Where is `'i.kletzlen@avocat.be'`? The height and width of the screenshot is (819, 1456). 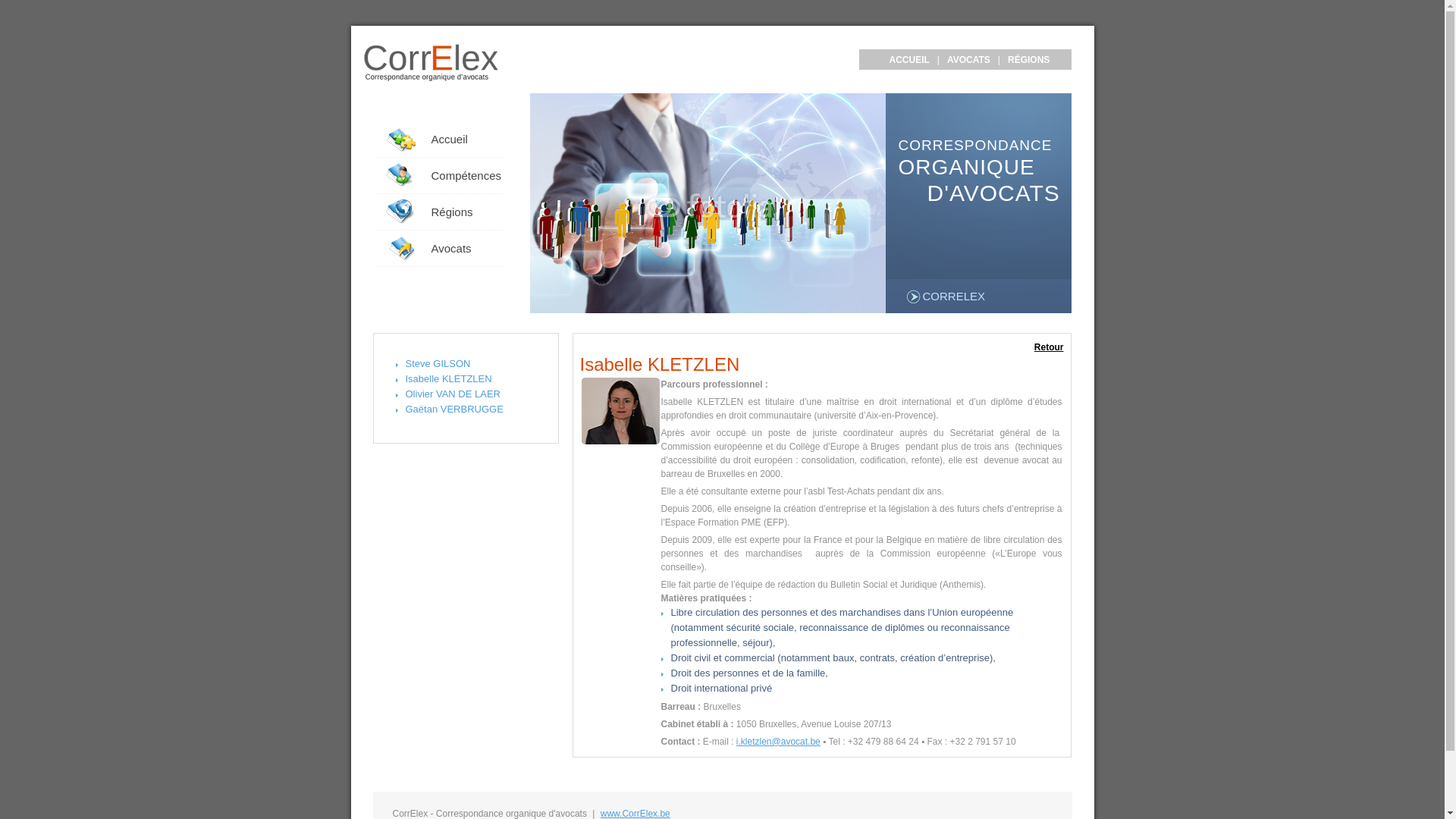
'i.kletzlen@avocat.be' is located at coordinates (778, 741).